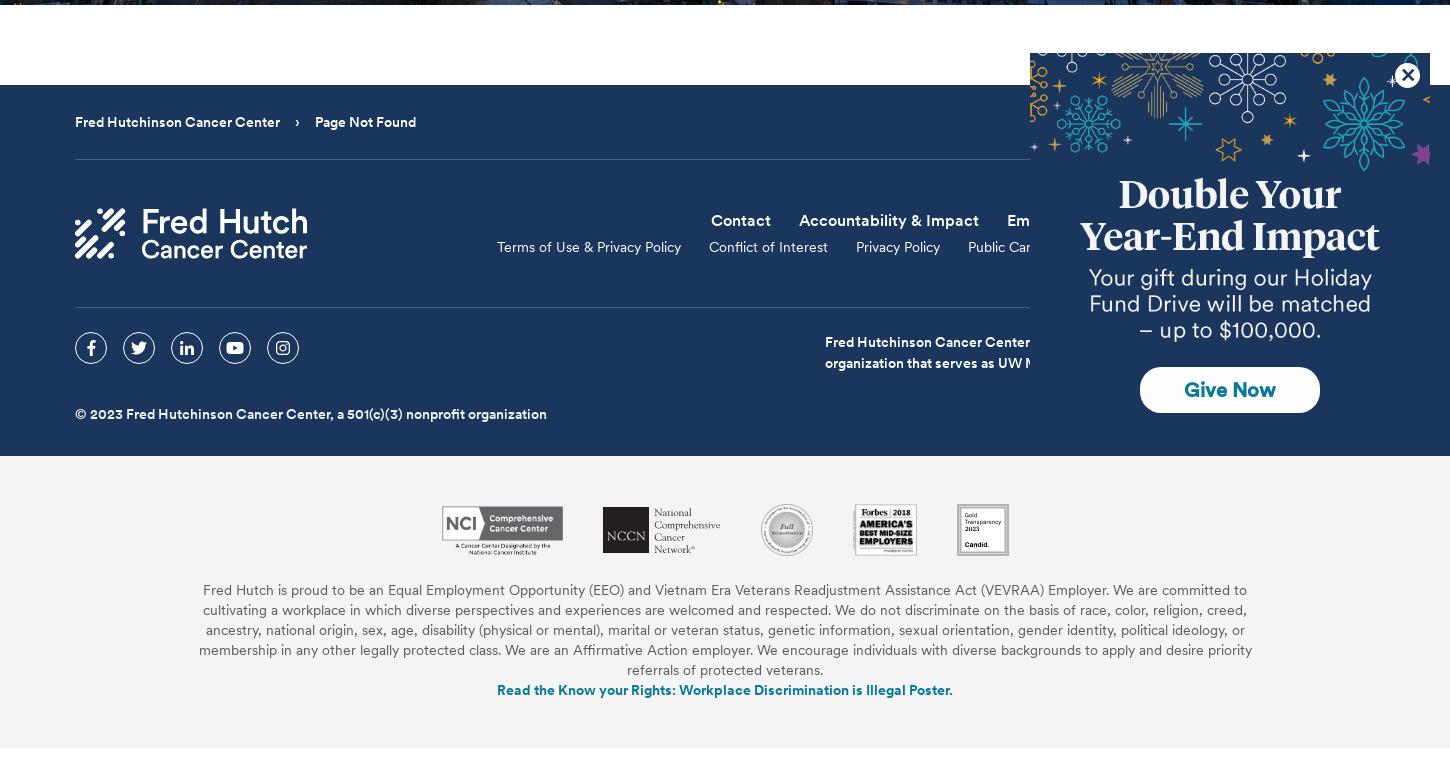 This screenshot has height=771, width=1450. What do you see at coordinates (1064, 219) in the screenshot?
I see `'Employee Links'` at bounding box center [1064, 219].